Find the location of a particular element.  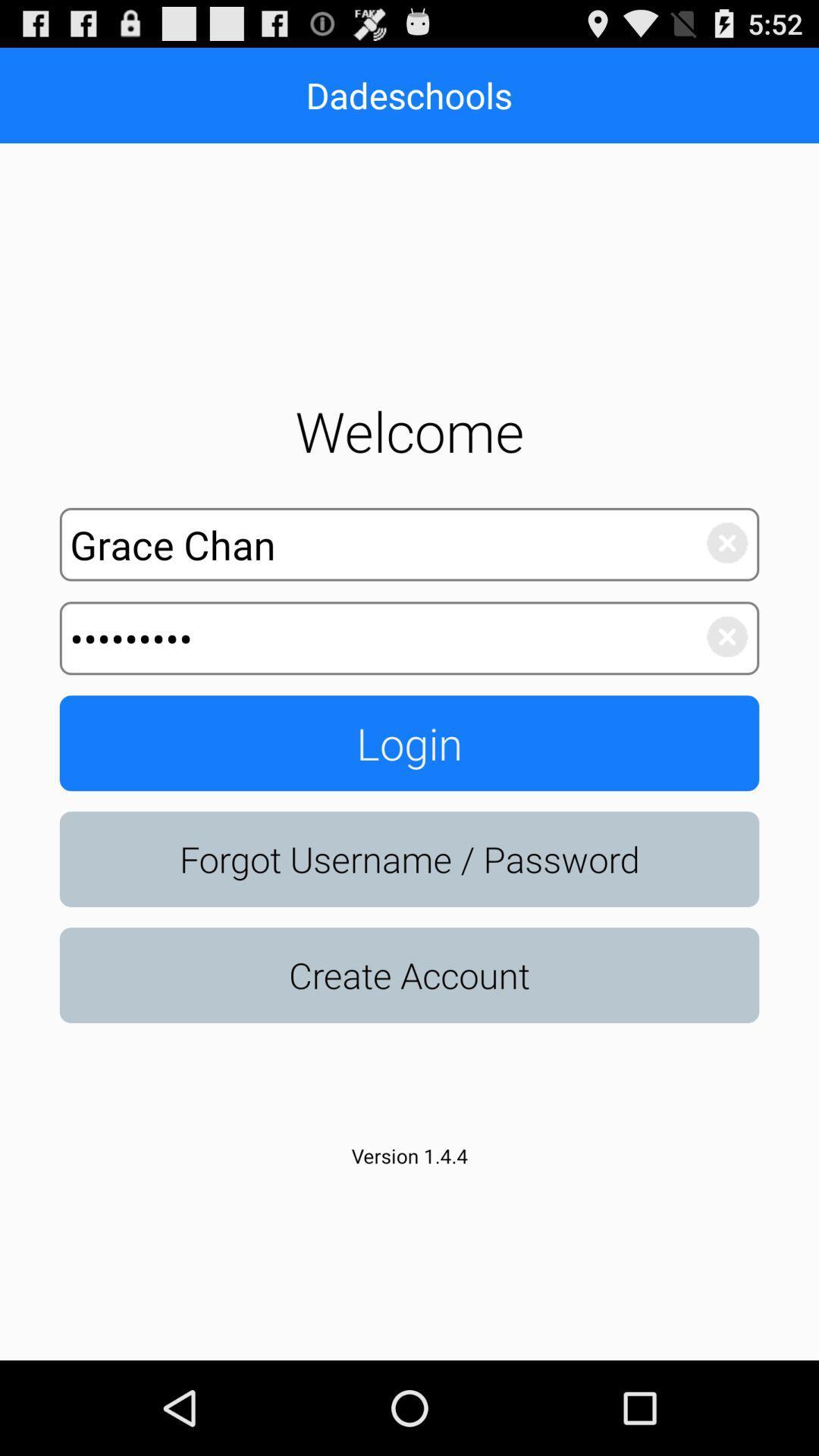

delete option is located at coordinates (718, 539).